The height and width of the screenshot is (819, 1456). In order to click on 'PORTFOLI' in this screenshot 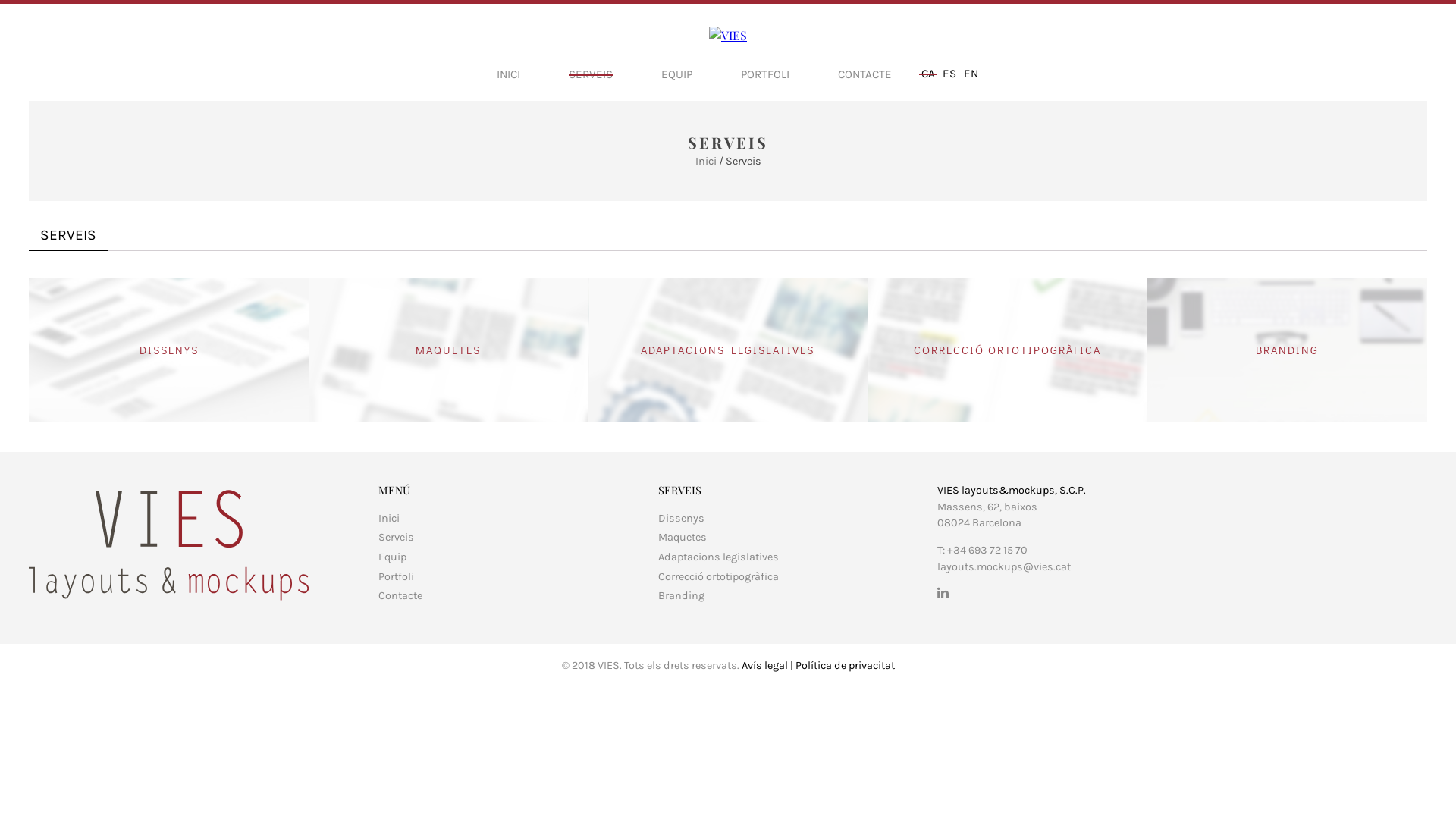, I will do `click(741, 74)`.